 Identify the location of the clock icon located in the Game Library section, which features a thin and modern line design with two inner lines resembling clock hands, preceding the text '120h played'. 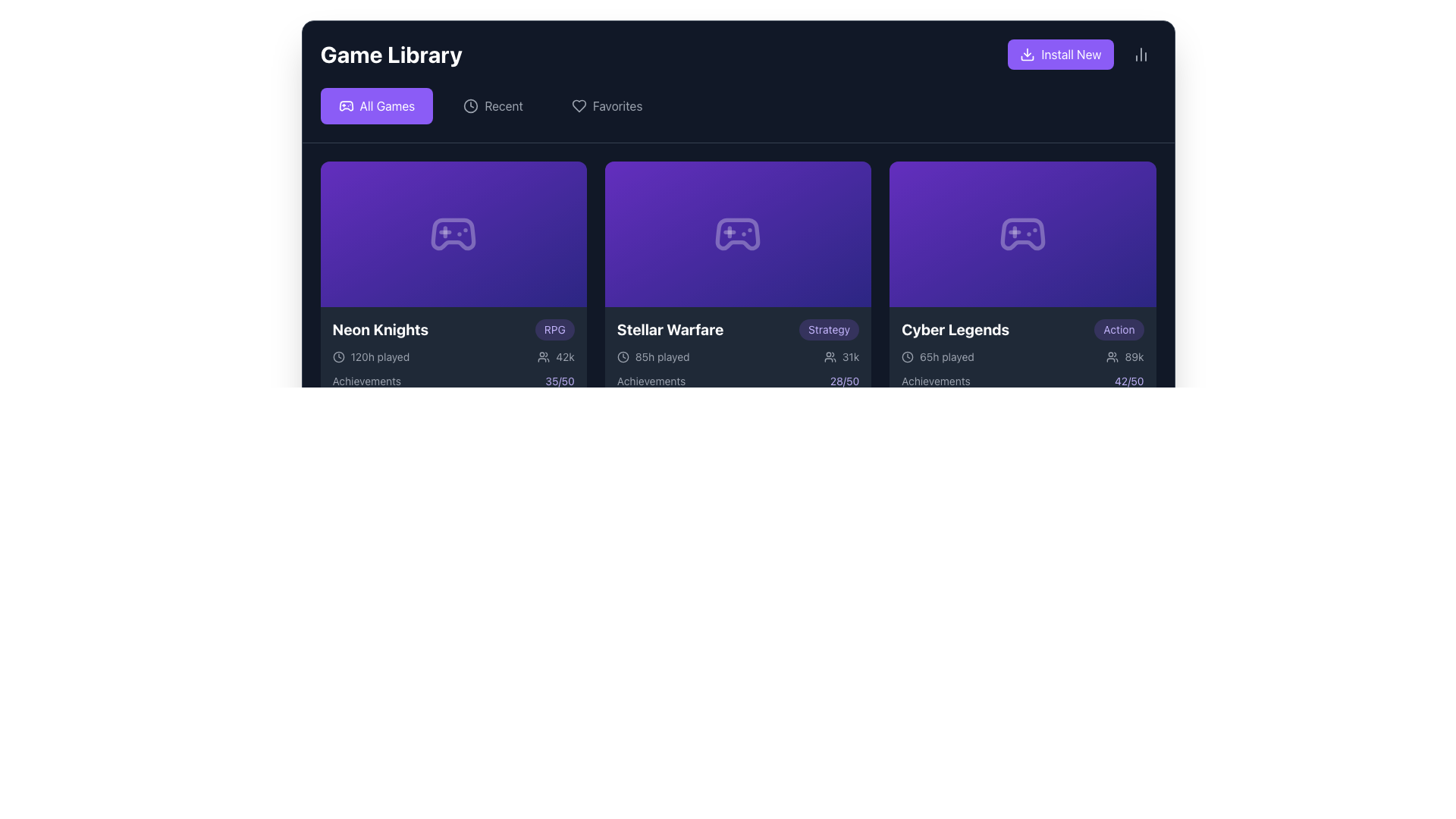
(337, 356).